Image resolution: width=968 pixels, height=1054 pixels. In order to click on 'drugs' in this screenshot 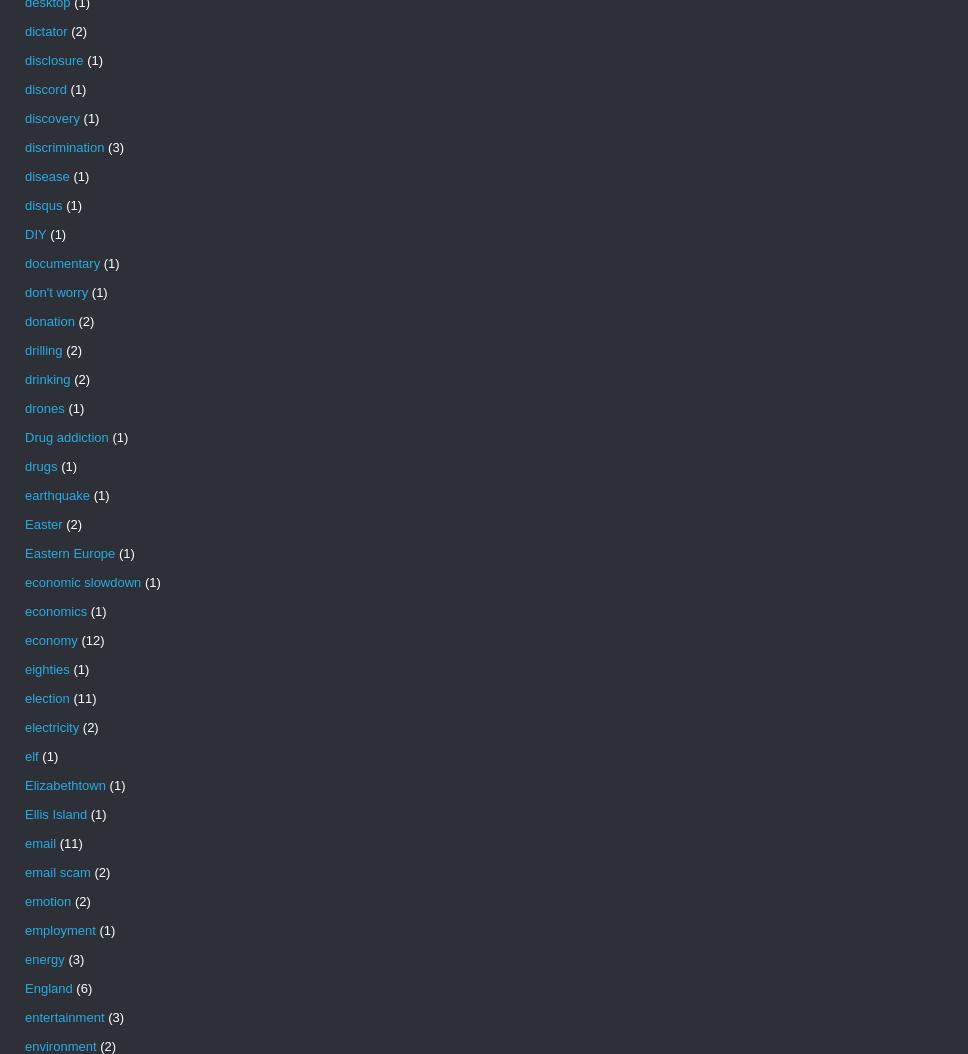, I will do `click(40, 466)`.